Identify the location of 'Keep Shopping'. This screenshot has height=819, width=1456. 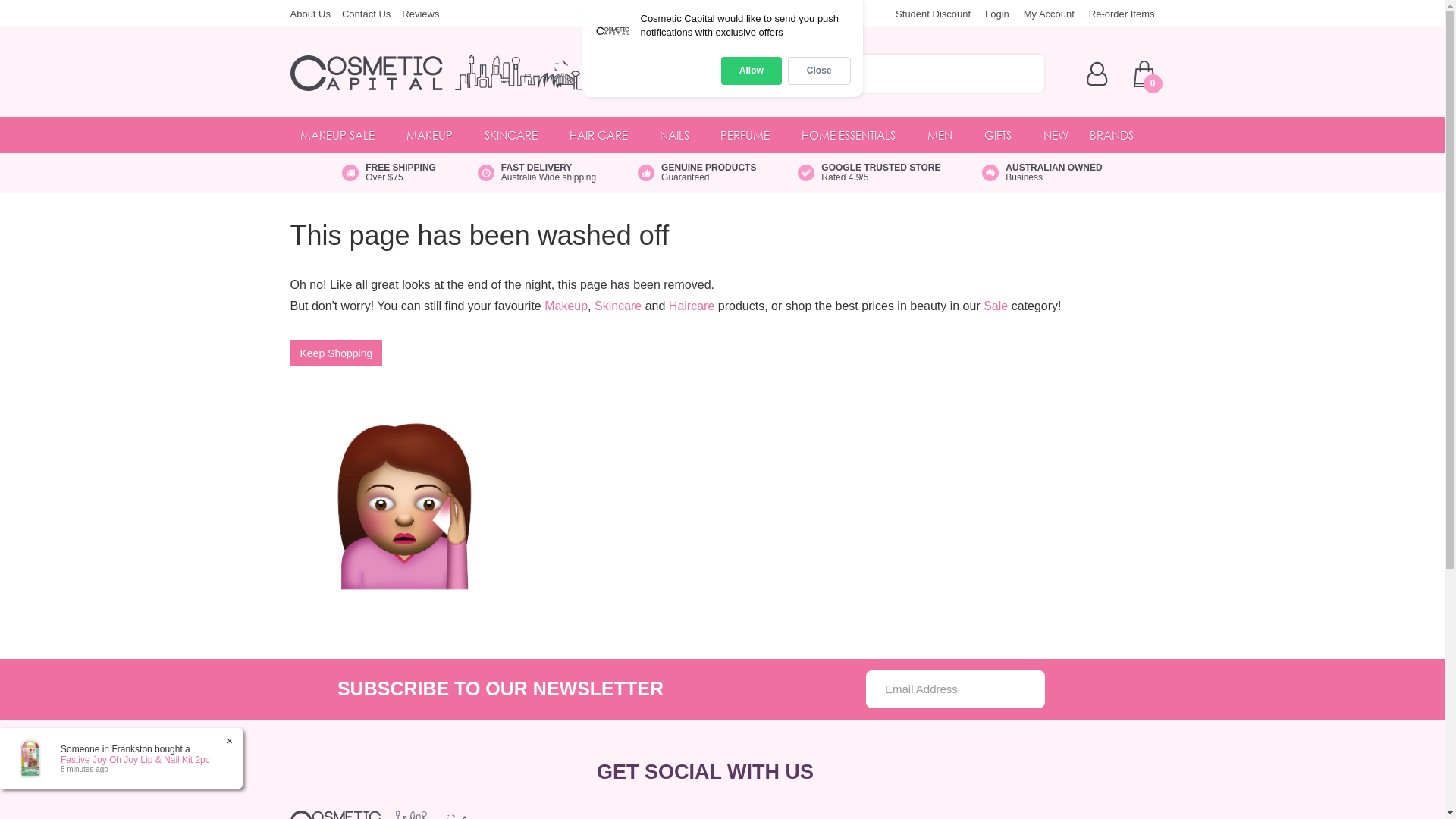
(290, 353).